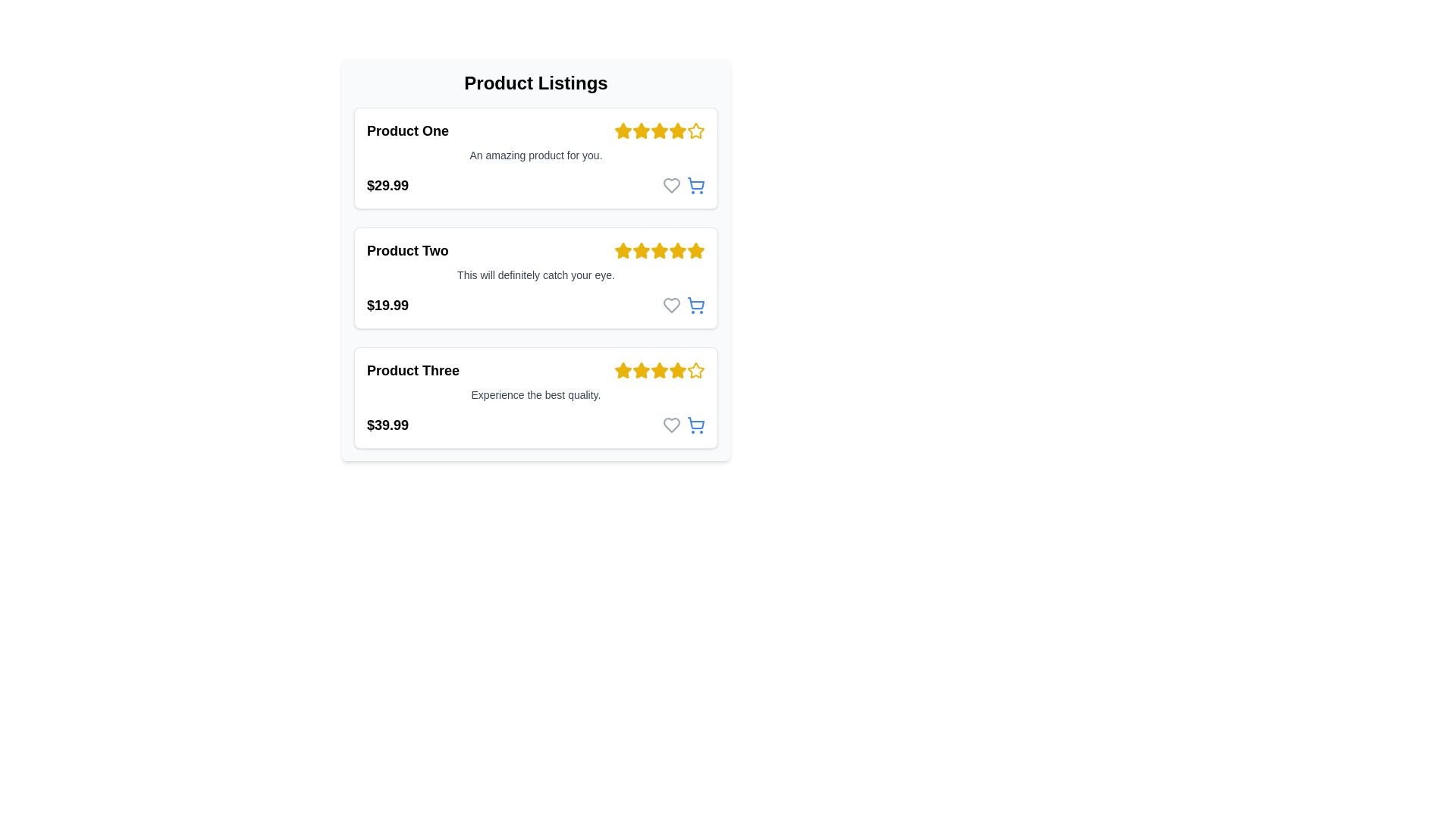 This screenshot has width=1456, height=819. I want to click on the third star-shaped icon in the rating bar for 'Product Two', so click(659, 249).